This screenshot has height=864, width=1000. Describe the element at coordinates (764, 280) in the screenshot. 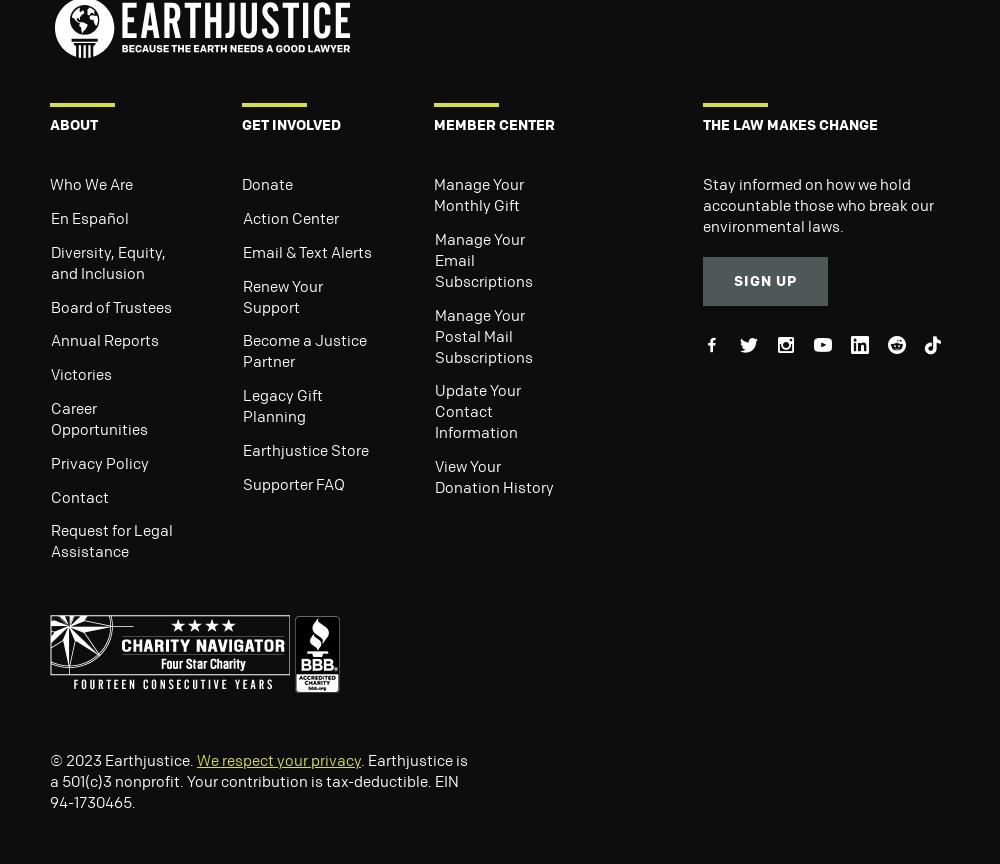

I see `'Sign Up'` at that location.